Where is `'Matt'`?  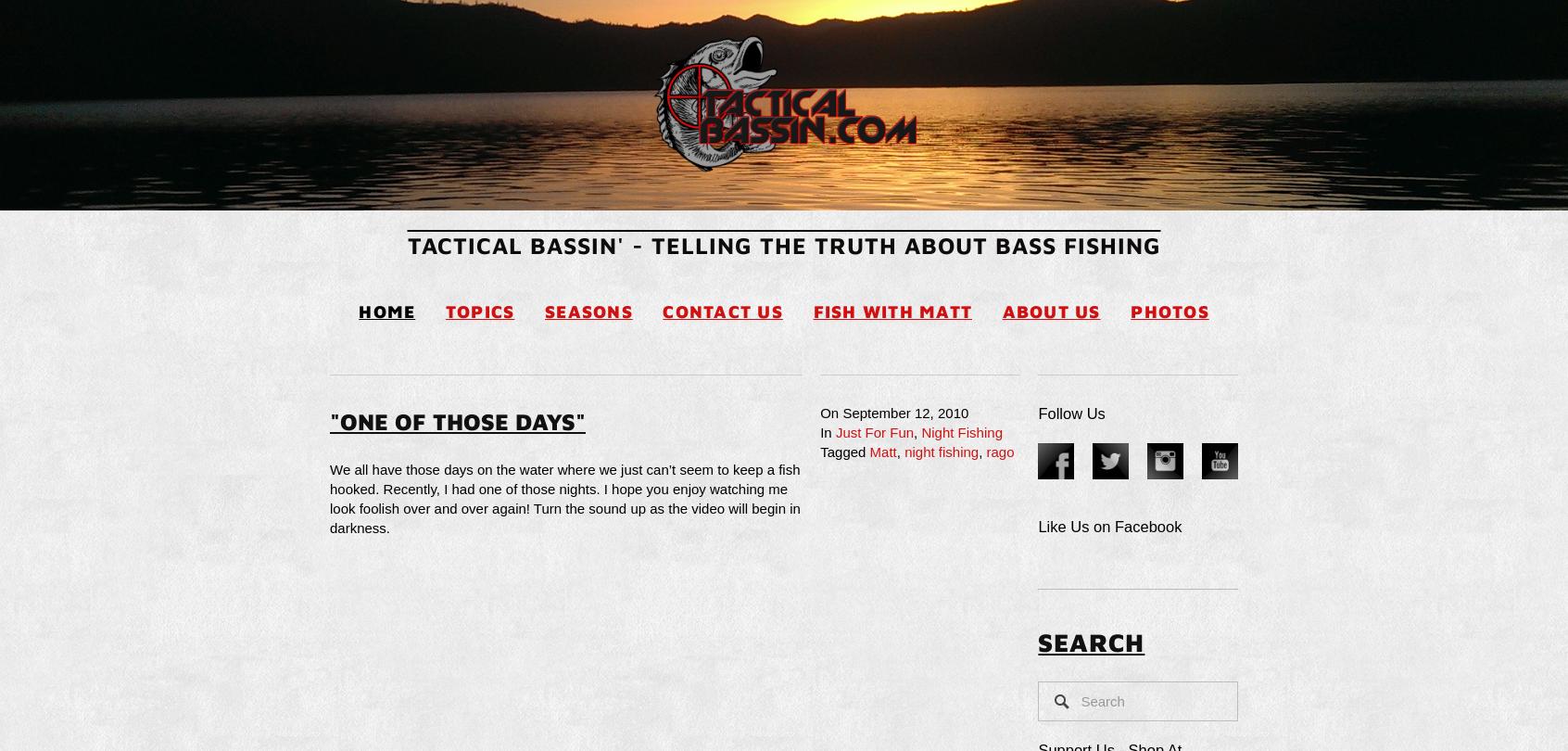 'Matt' is located at coordinates (882, 452).